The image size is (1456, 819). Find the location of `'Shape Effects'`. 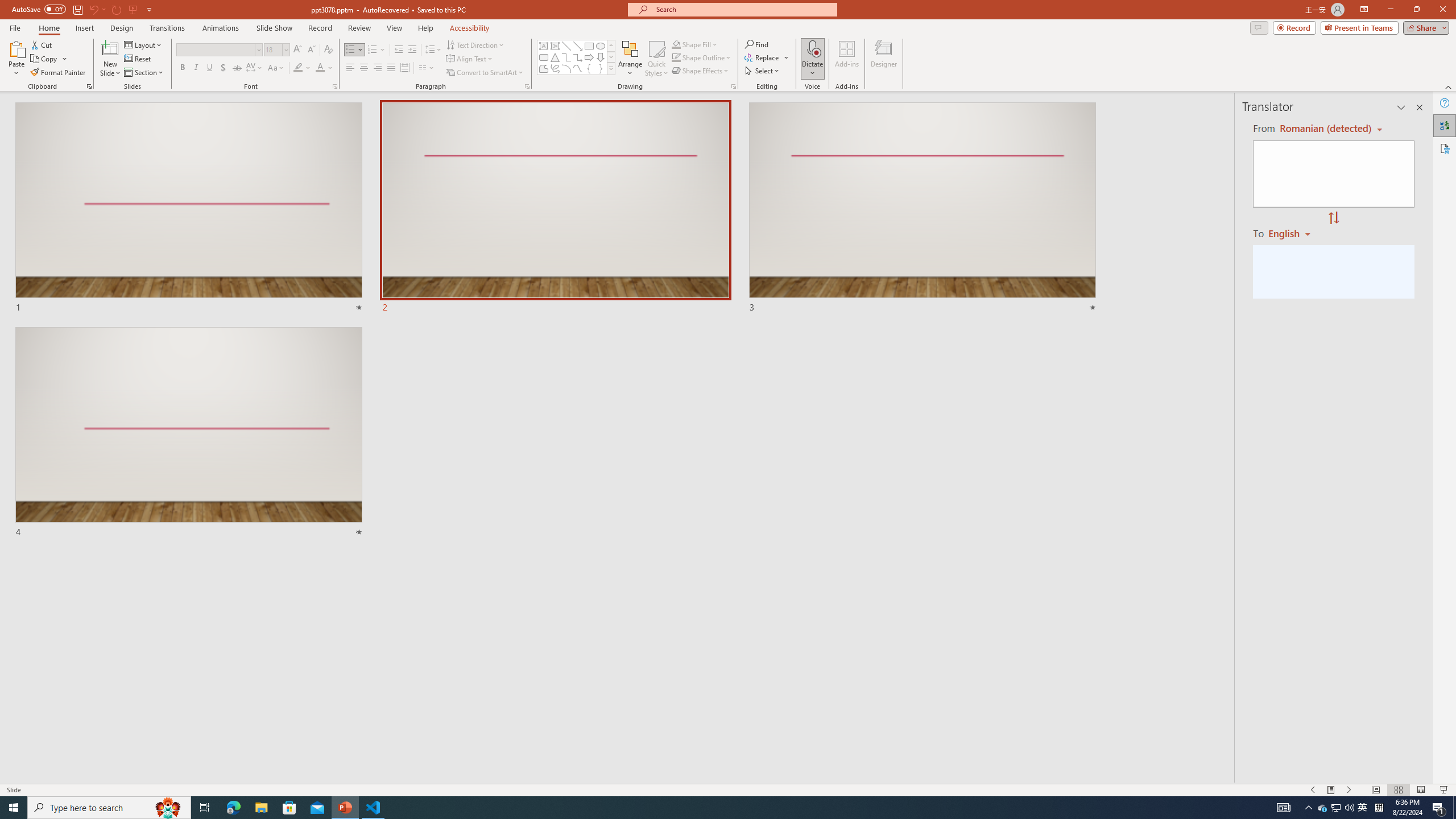

'Shape Effects' is located at coordinates (700, 69).